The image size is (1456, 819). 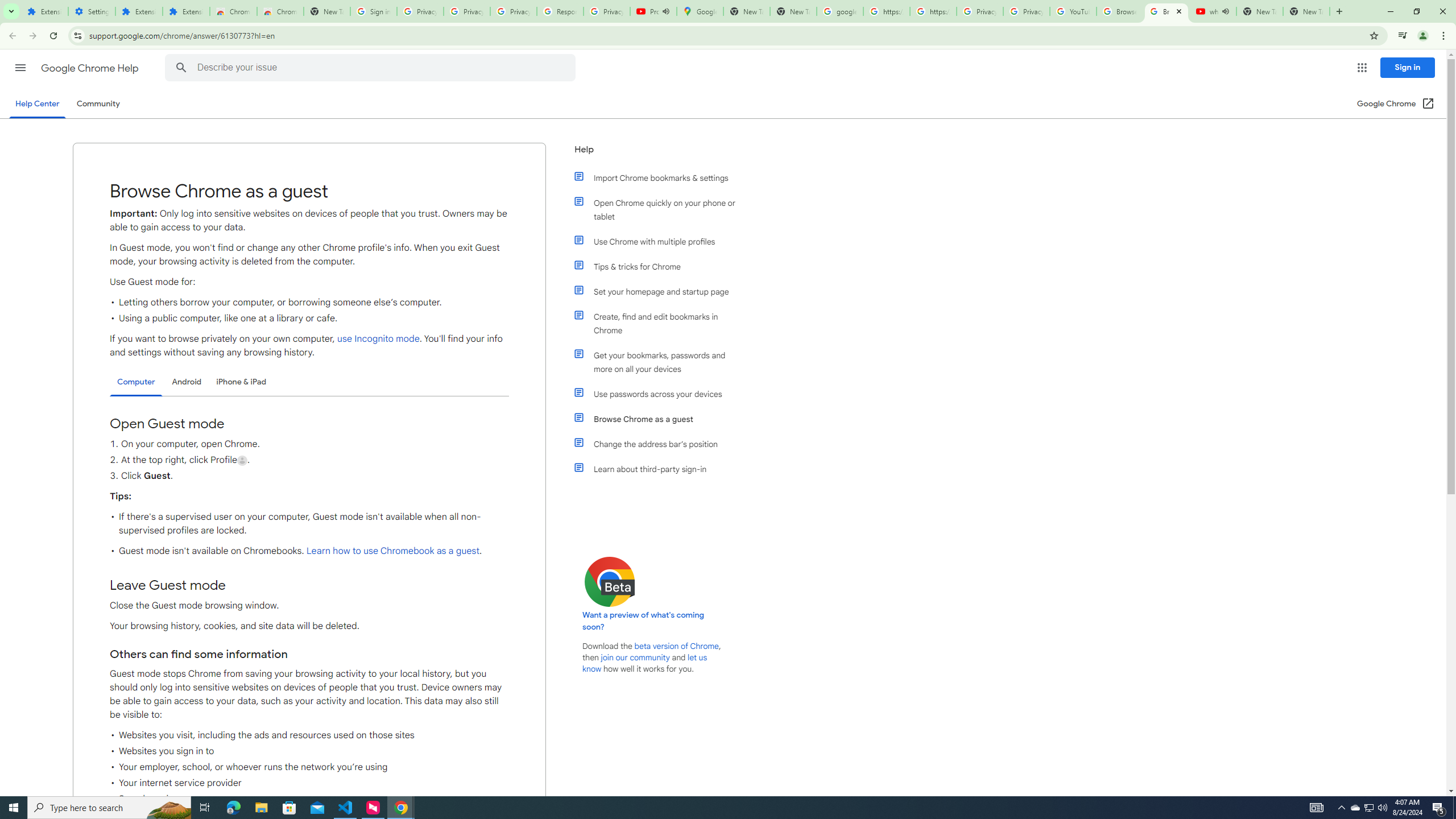 What do you see at coordinates (1166, 11) in the screenshot?
I see `'Browse Chrome as a guest - Computer - Google Chrome Help'` at bounding box center [1166, 11].